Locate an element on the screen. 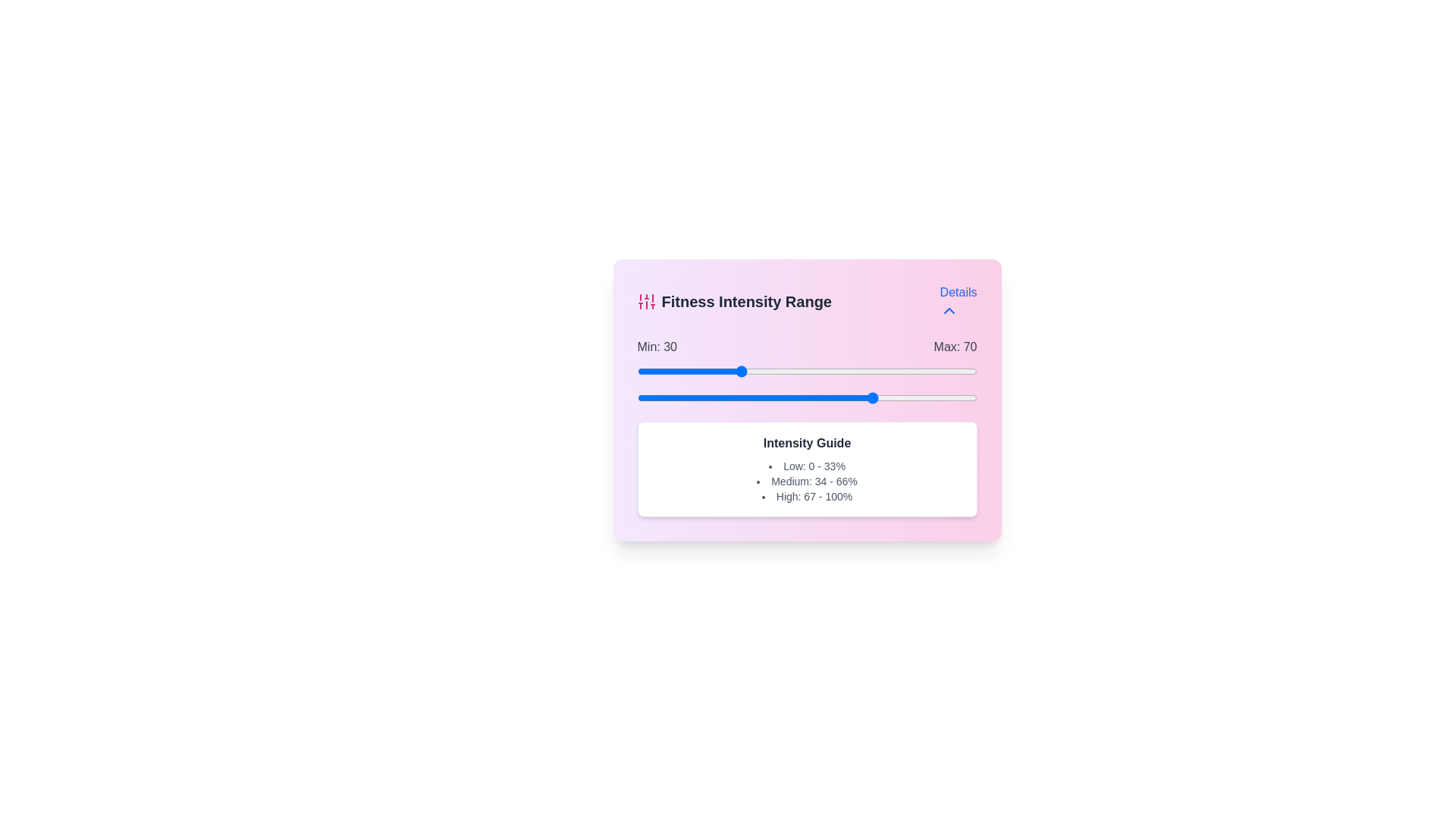 Image resolution: width=1456 pixels, height=819 pixels. the maximum intensity range slider to 33 percent is located at coordinates (749, 397).